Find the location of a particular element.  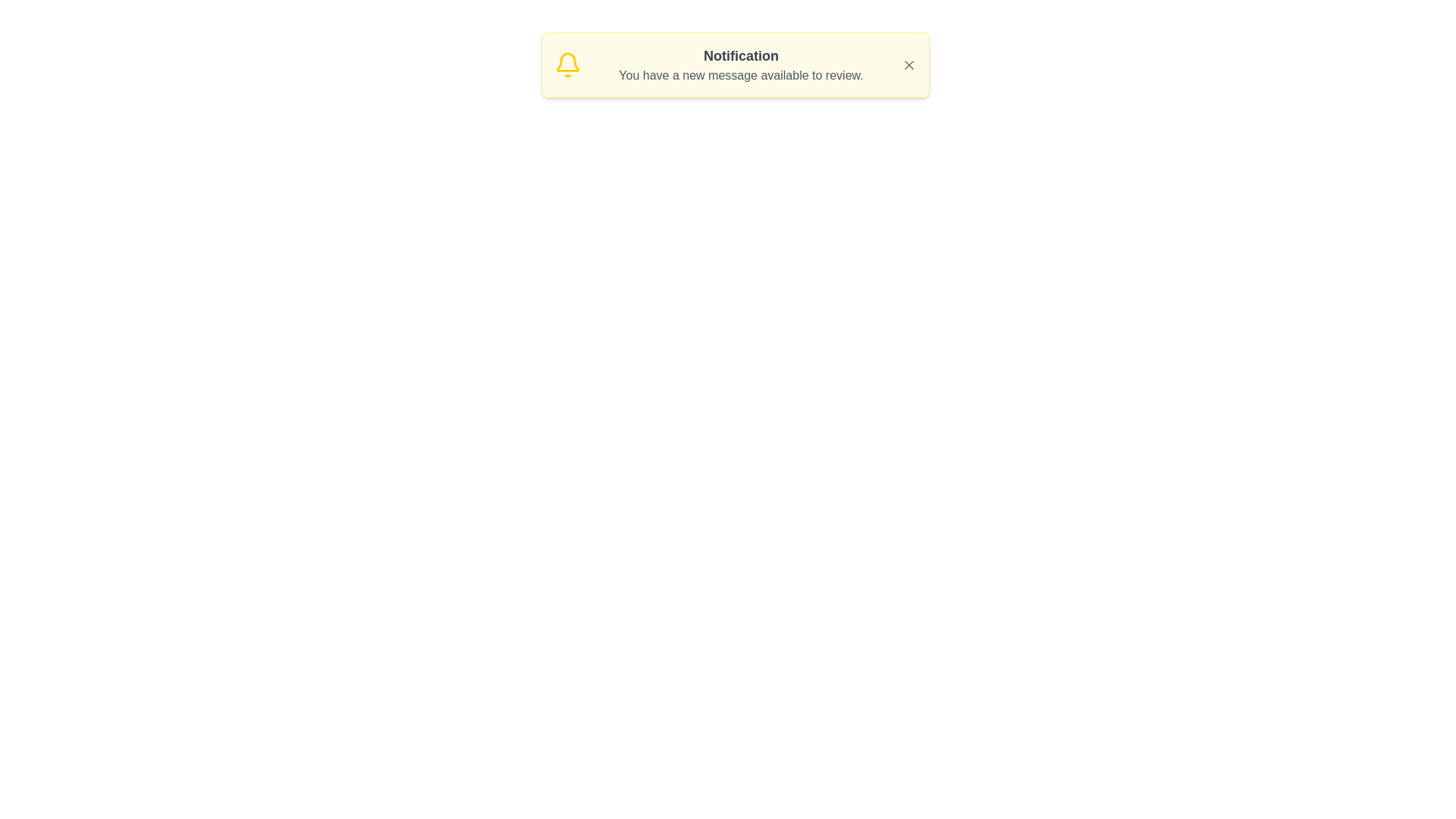

the notification icon located to the left of the notification text in the notification bar, which signals unread messages or updates is located at coordinates (566, 61).